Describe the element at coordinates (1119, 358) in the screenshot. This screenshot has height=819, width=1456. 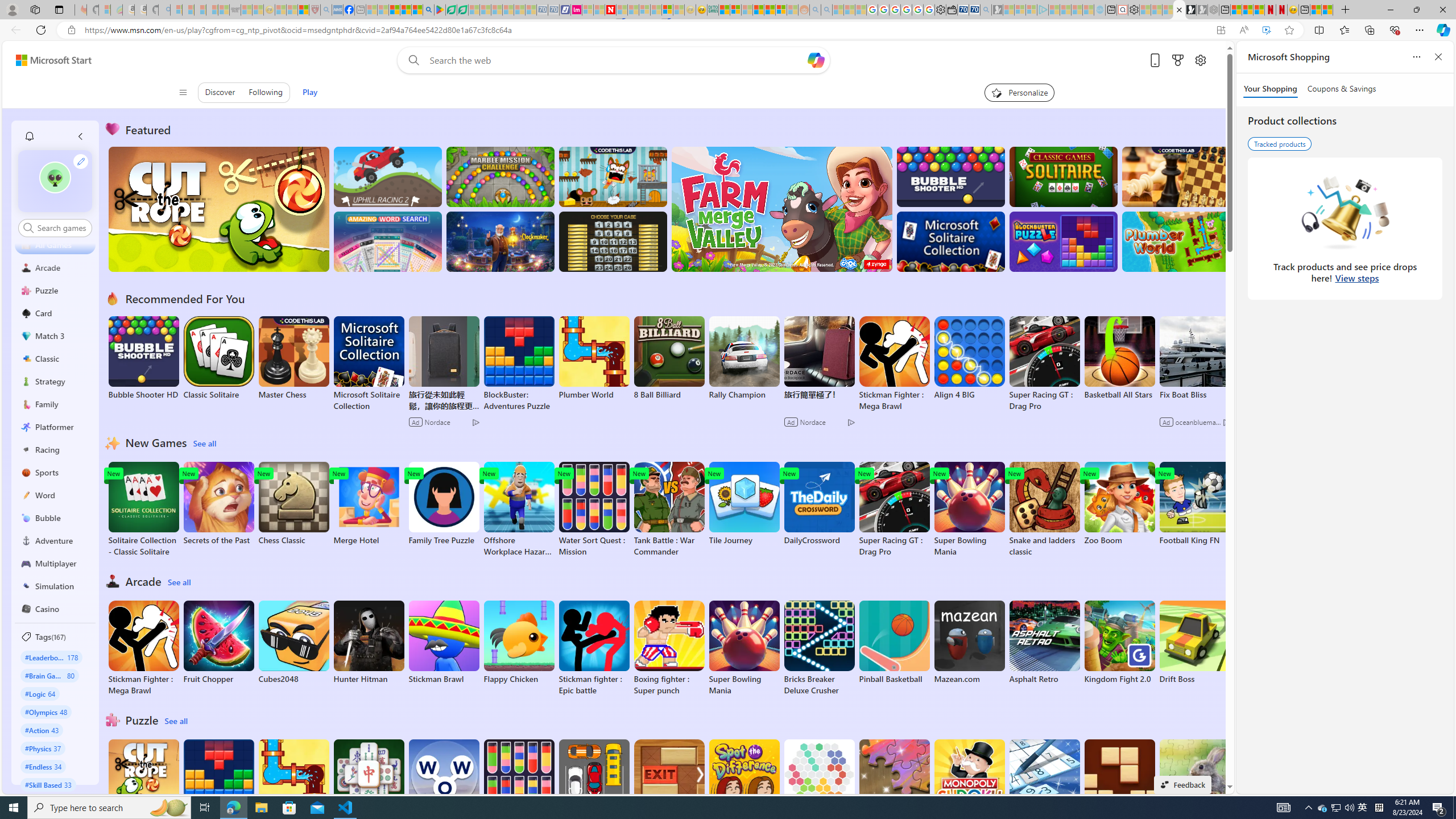
I see `'Basketball All Stars'` at that location.